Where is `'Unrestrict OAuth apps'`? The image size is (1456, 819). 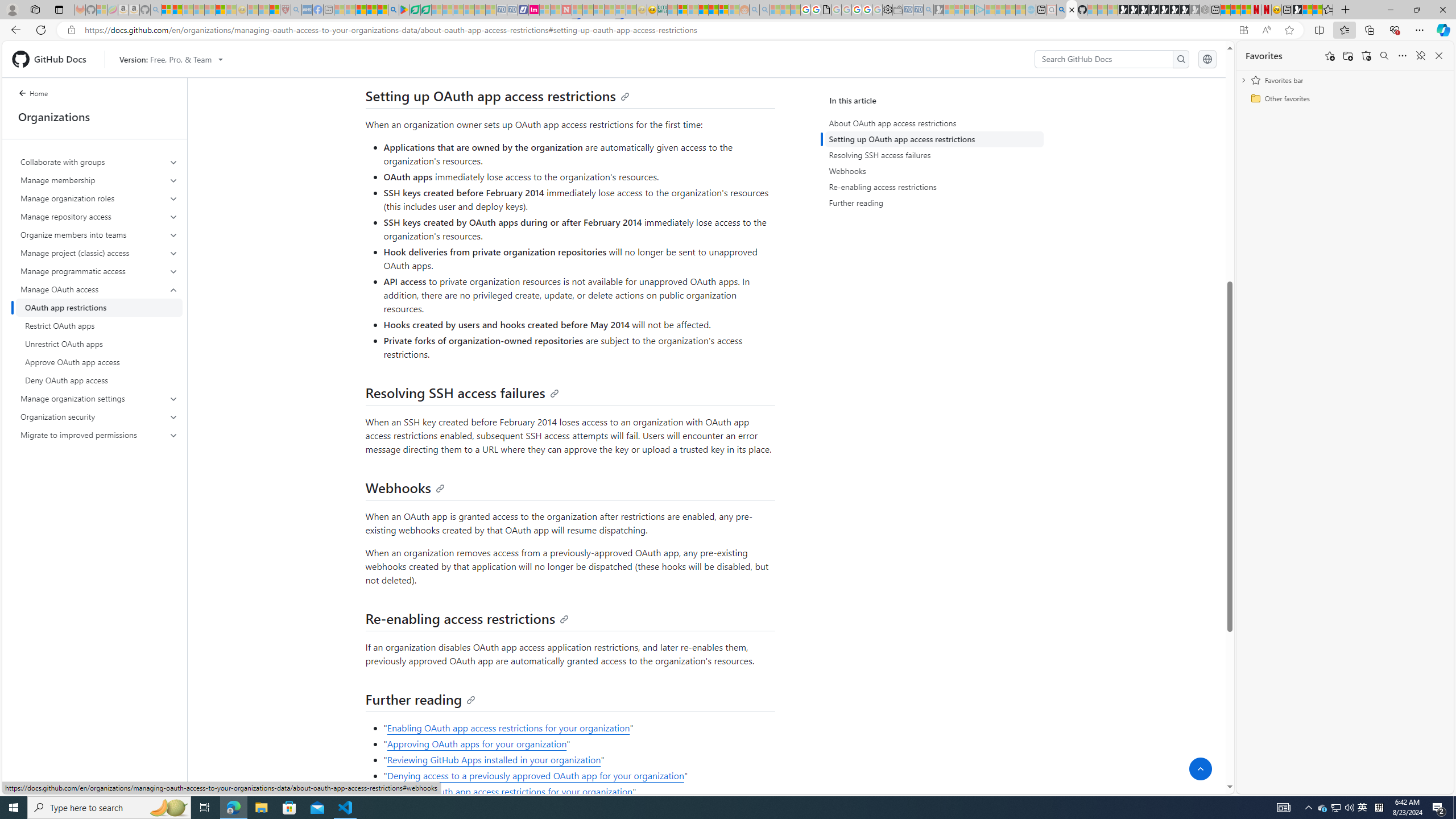 'Unrestrict OAuth apps' is located at coordinates (99, 344).